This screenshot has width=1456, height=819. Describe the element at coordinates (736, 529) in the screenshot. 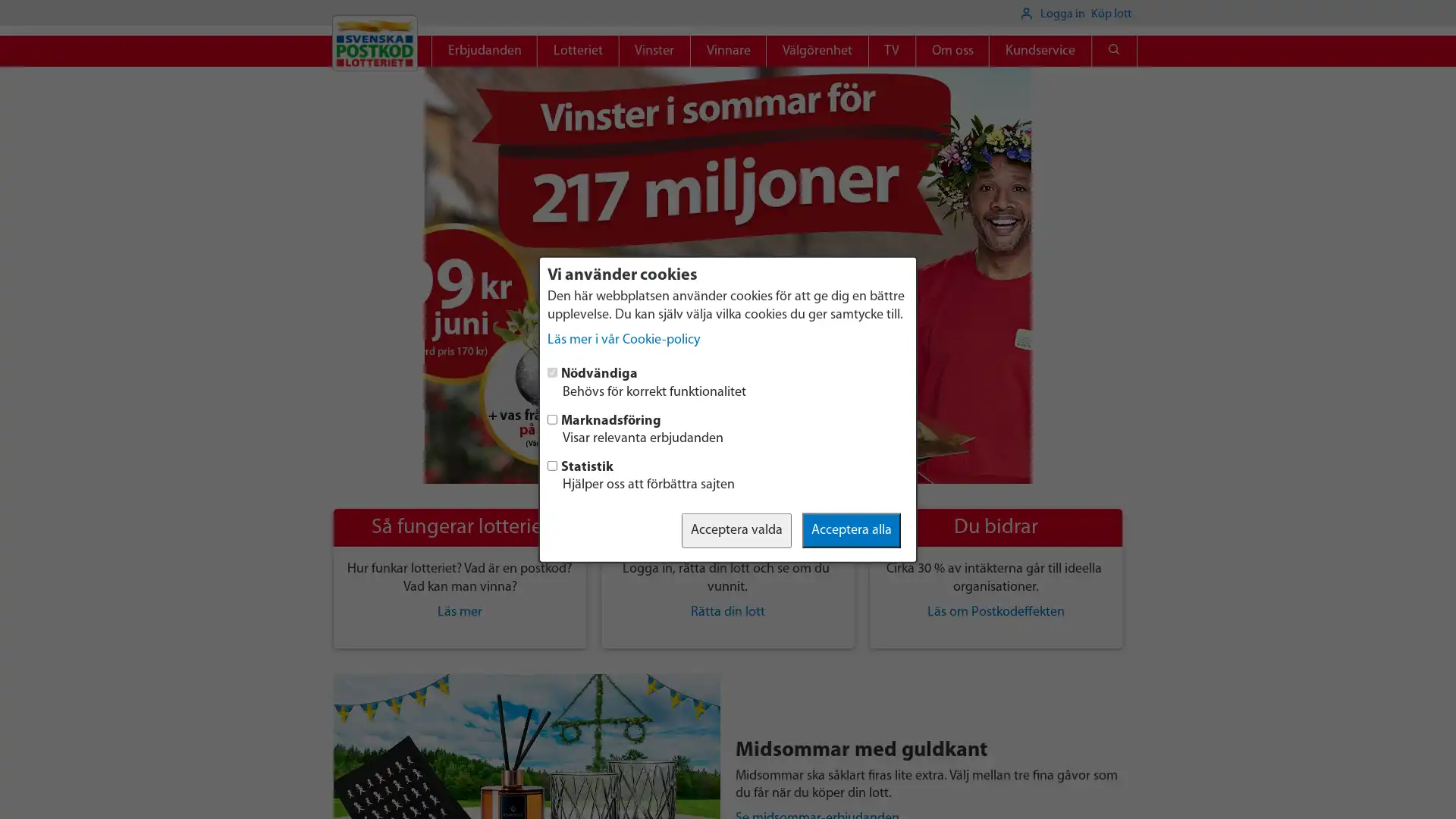

I see `Acceptera valda` at that location.